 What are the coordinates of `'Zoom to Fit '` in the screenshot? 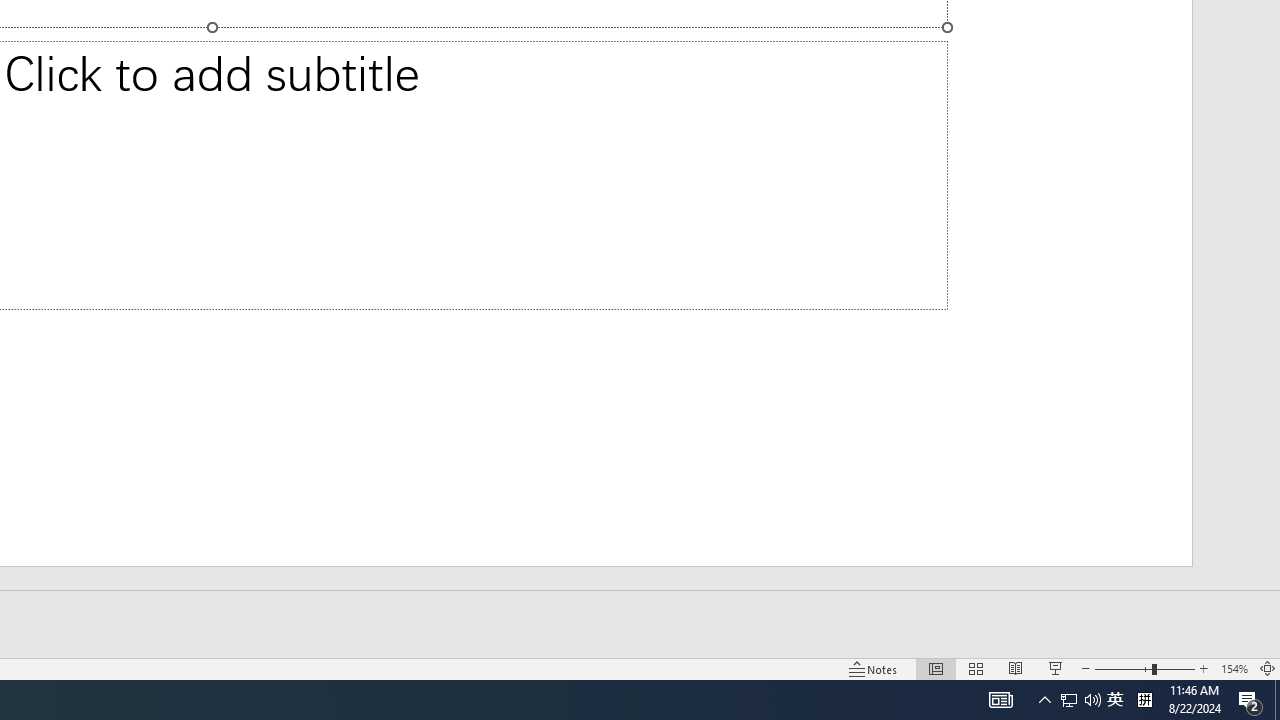 It's located at (1266, 669).